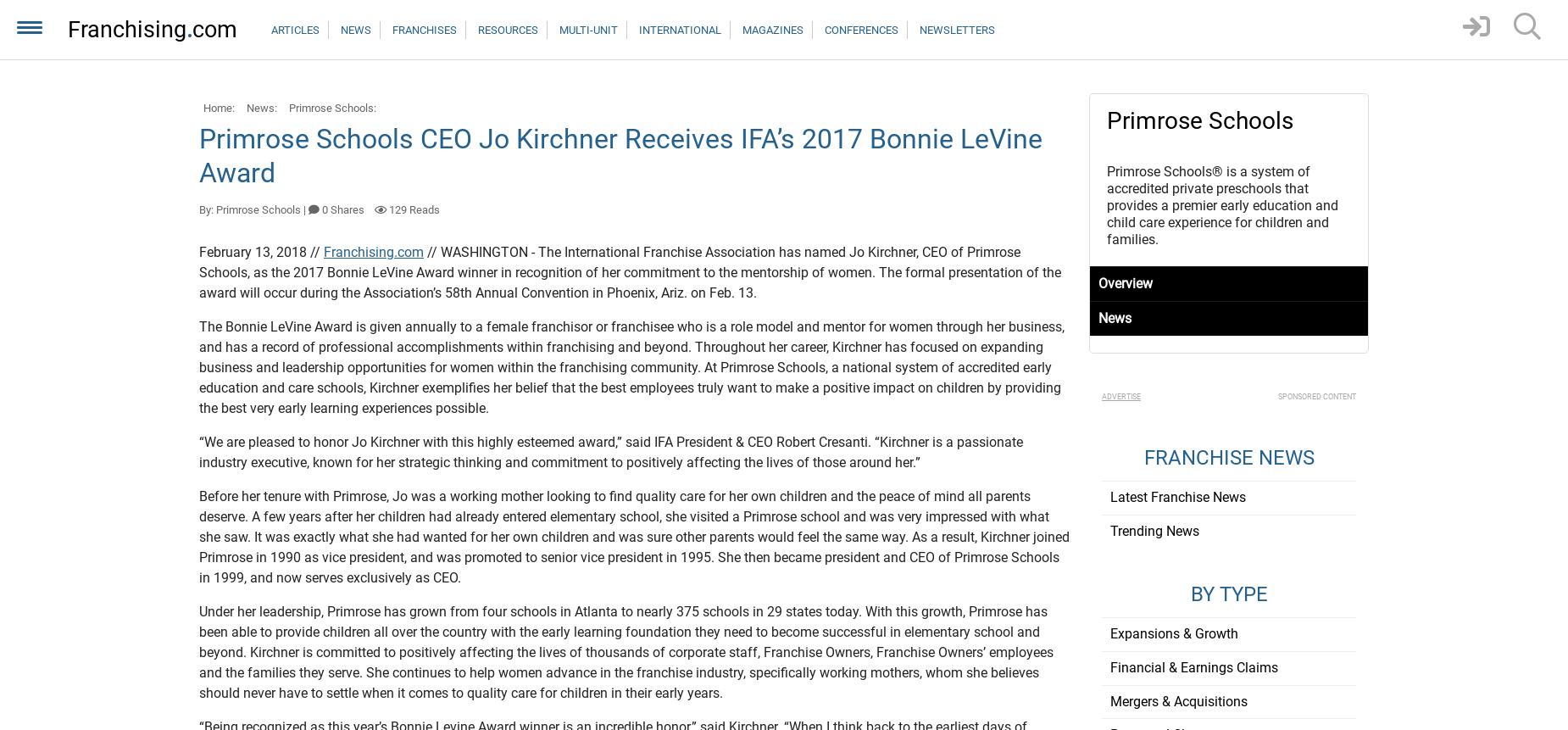 This screenshot has height=730, width=1568. Describe the element at coordinates (197, 537) in the screenshot. I see `'Before her tenure with Primrose, Jo was a working mother looking to find quality care for her own children and the peace of mind all parents deserve. A few years after her children had already entered elementary school, she visited a Primrose school and was very impressed with what she saw. It was exactly what she had wanted for her own children and was sure other parents would feel the same way. As a result, Kirchner joined Primrose in 1990 as vice president, and was promoted to senior vice president in 1995. She then became president and CEO of Primrose Schools in 1999, and now serves exclusively as CEO.'` at that location.